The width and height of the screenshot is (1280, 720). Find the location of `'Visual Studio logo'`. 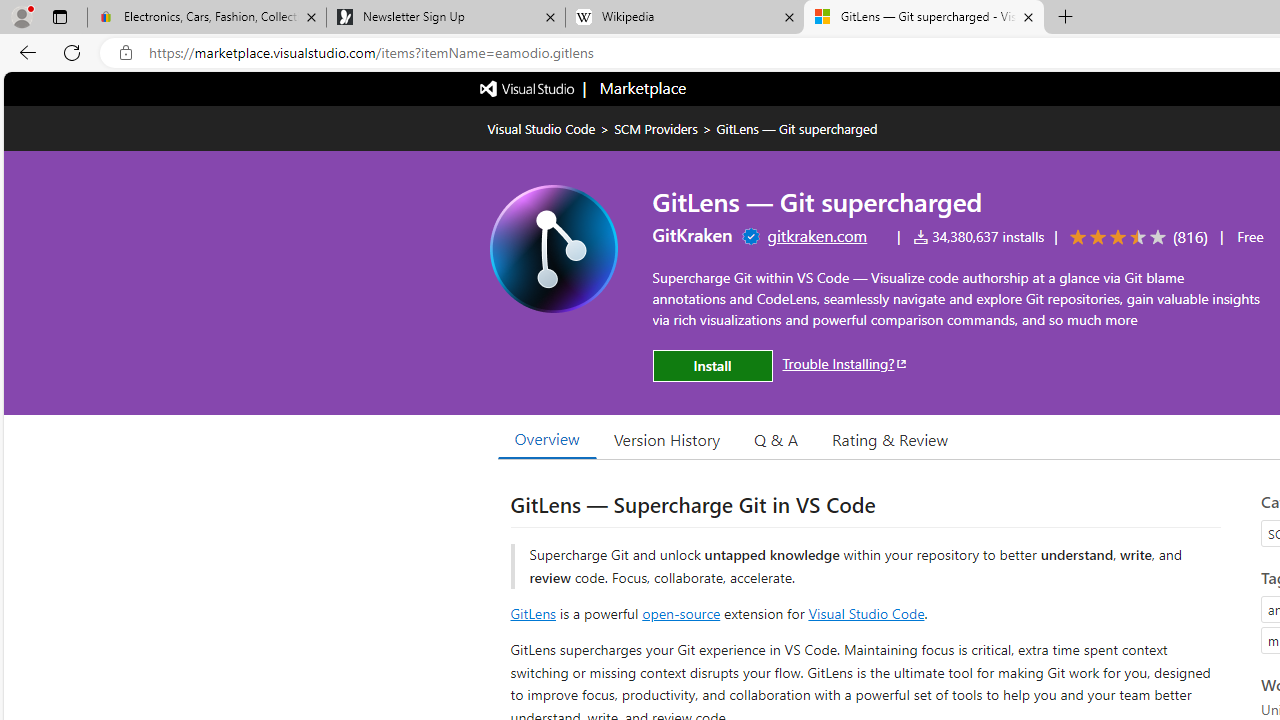

'Visual Studio logo' is located at coordinates (528, 86).